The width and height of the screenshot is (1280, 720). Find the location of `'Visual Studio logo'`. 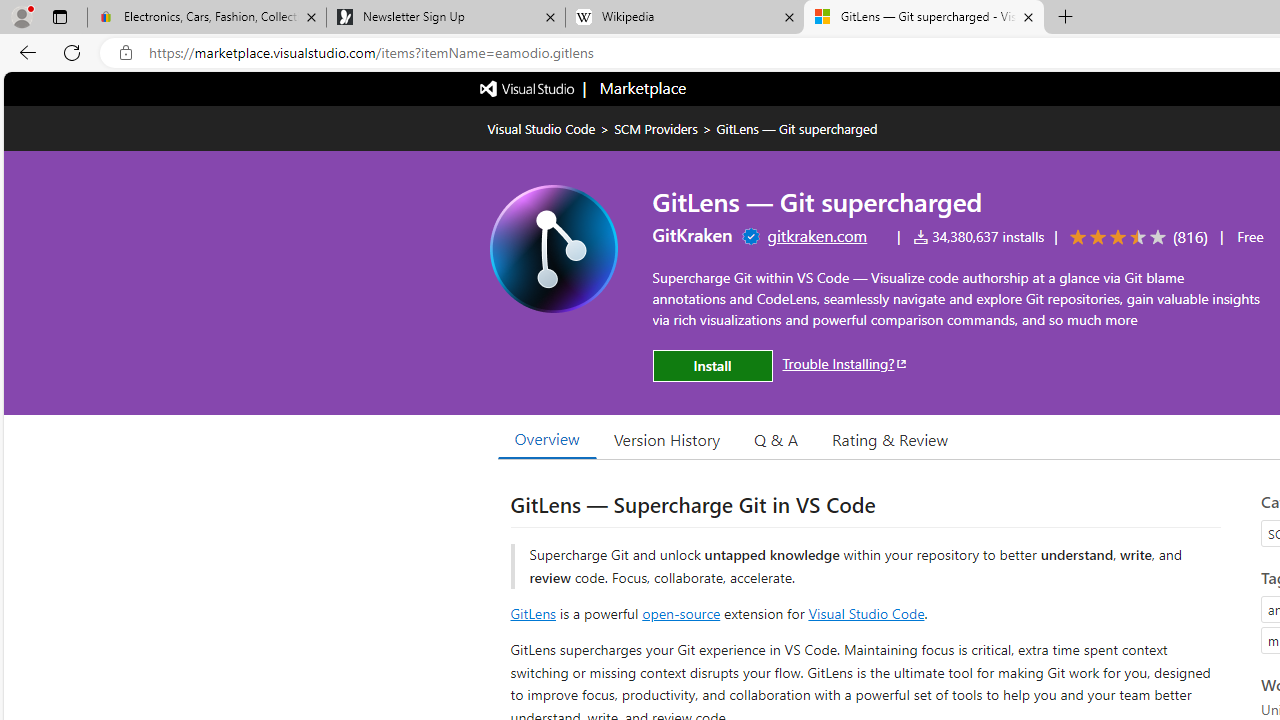

'Visual Studio logo' is located at coordinates (528, 86).